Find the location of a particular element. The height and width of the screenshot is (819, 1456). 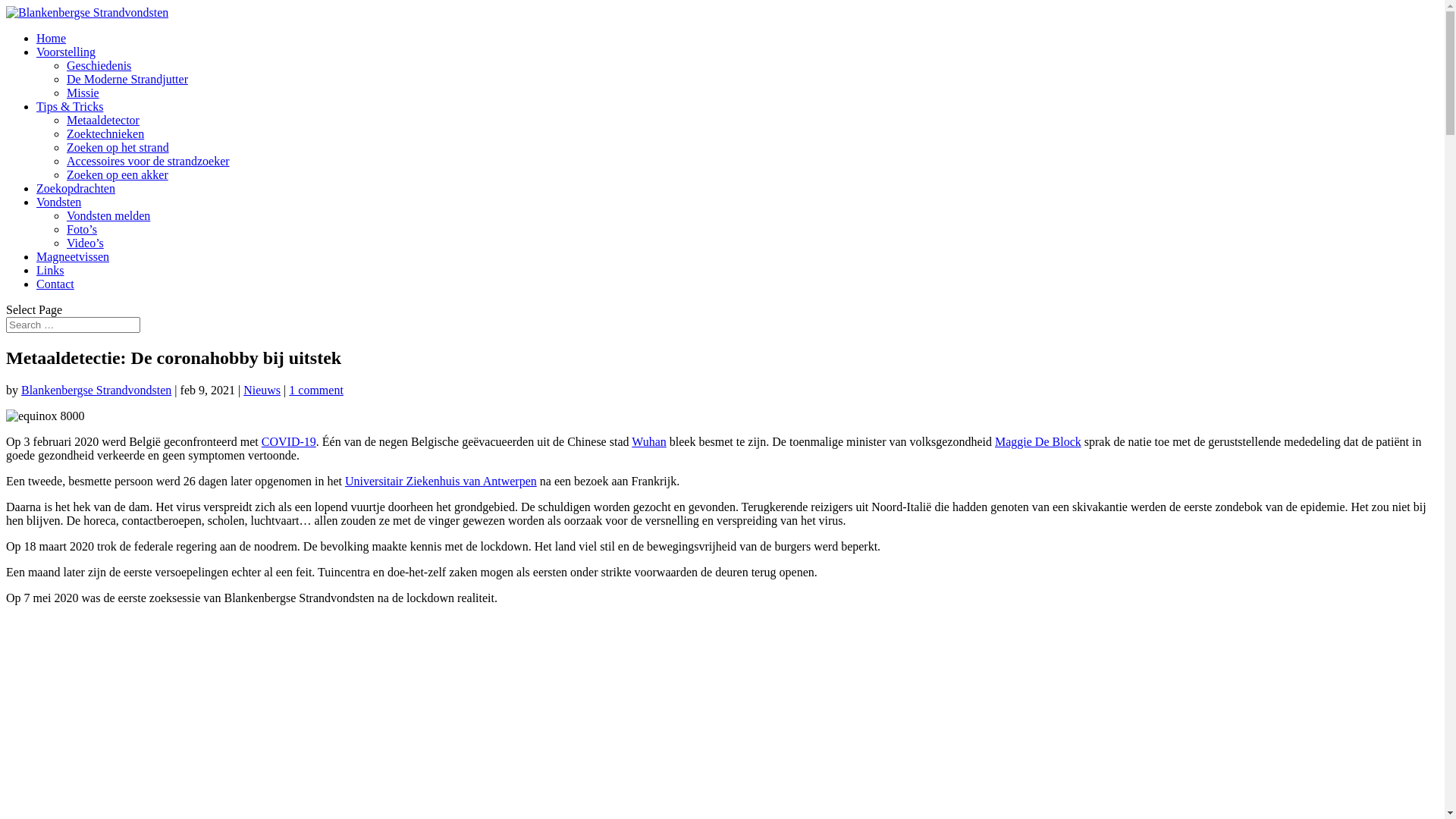

'Geschiedenis' is located at coordinates (98, 64).